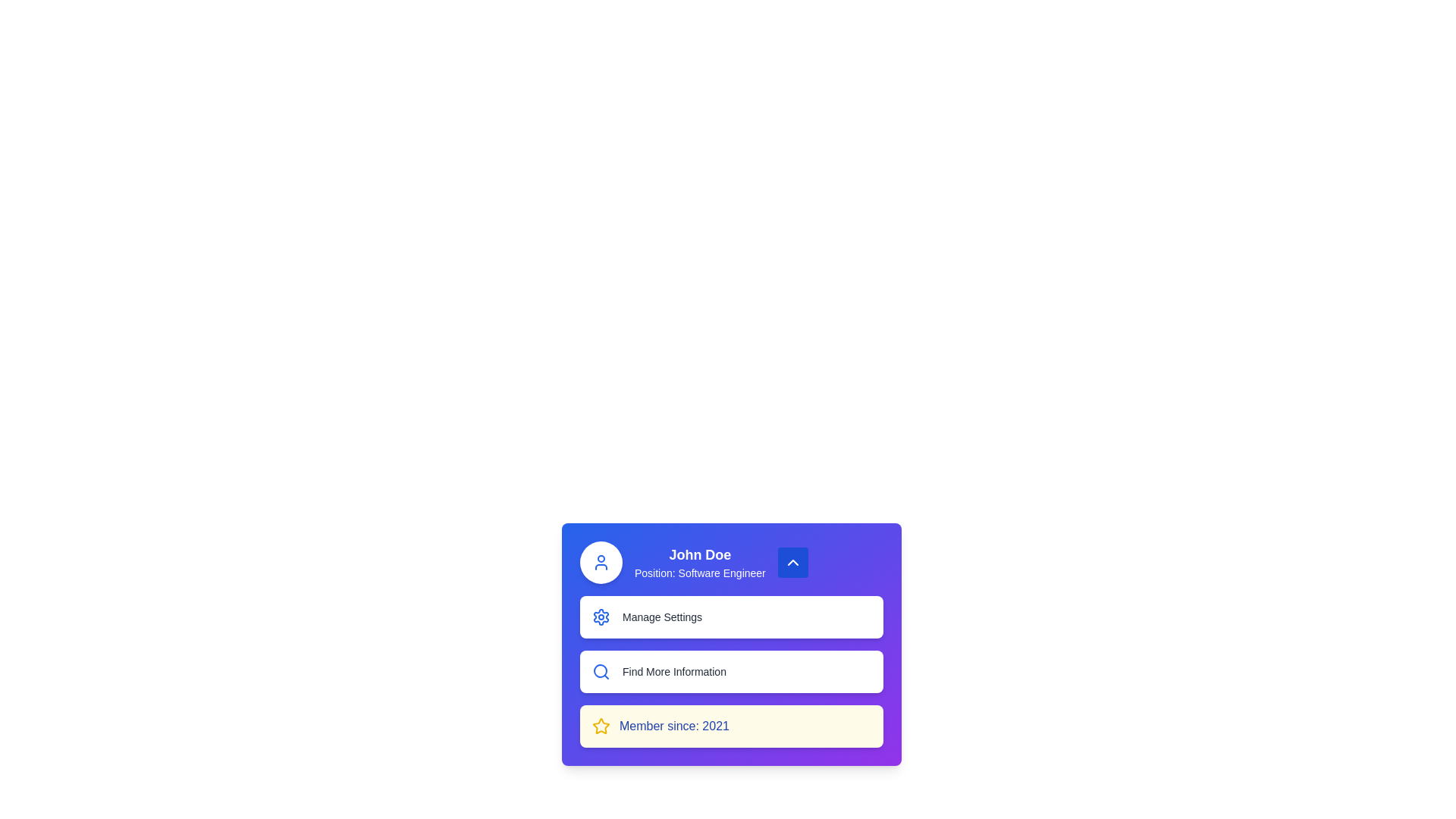 The height and width of the screenshot is (819, 1456). I want to click on the gear-shaped settings icon, which is bold blue in color and located to the left of the 'Manage Settings' text within the settings card interface, so click(600, 617).